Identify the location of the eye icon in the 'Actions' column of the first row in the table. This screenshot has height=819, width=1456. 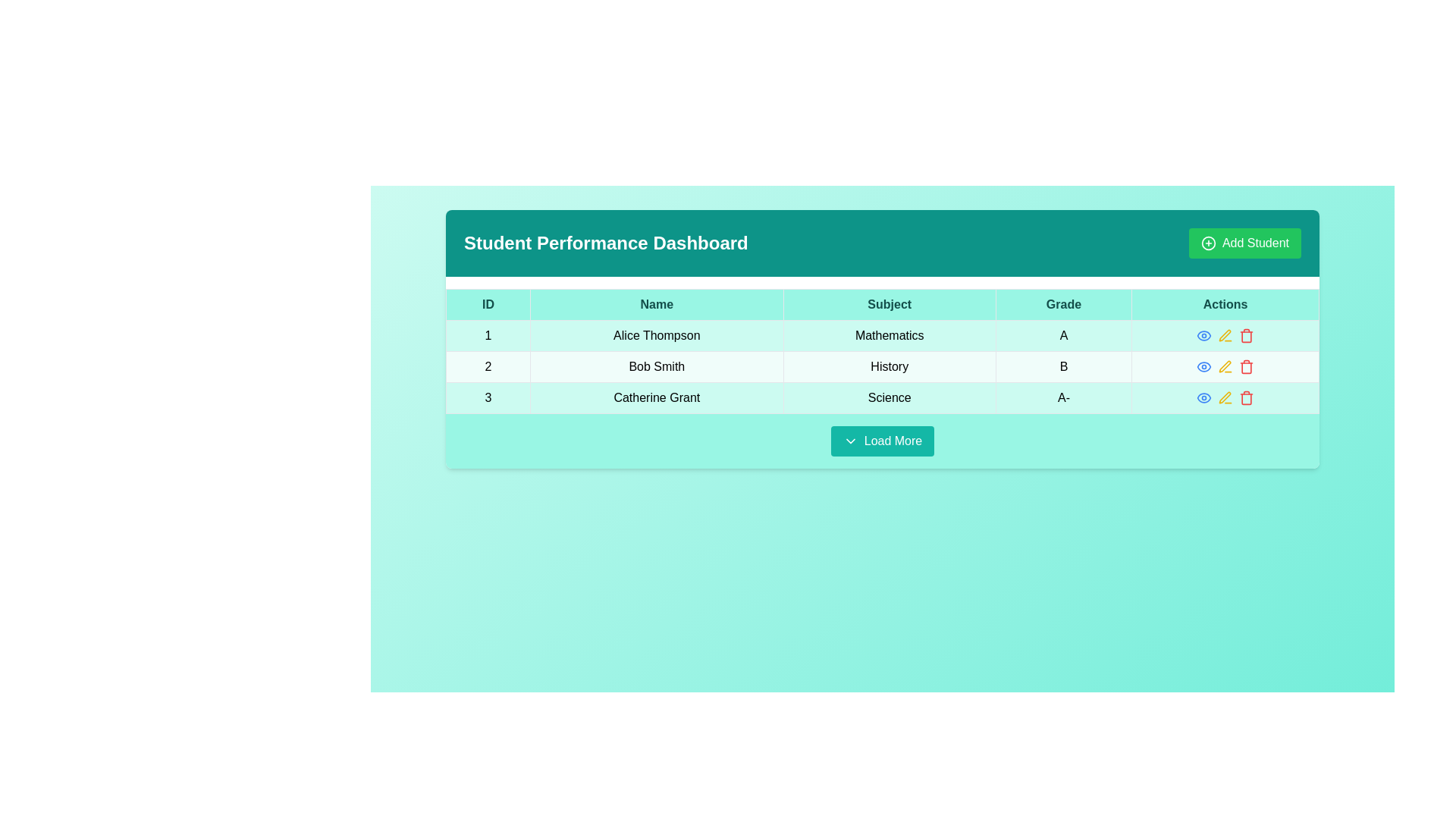
(1203, 335).